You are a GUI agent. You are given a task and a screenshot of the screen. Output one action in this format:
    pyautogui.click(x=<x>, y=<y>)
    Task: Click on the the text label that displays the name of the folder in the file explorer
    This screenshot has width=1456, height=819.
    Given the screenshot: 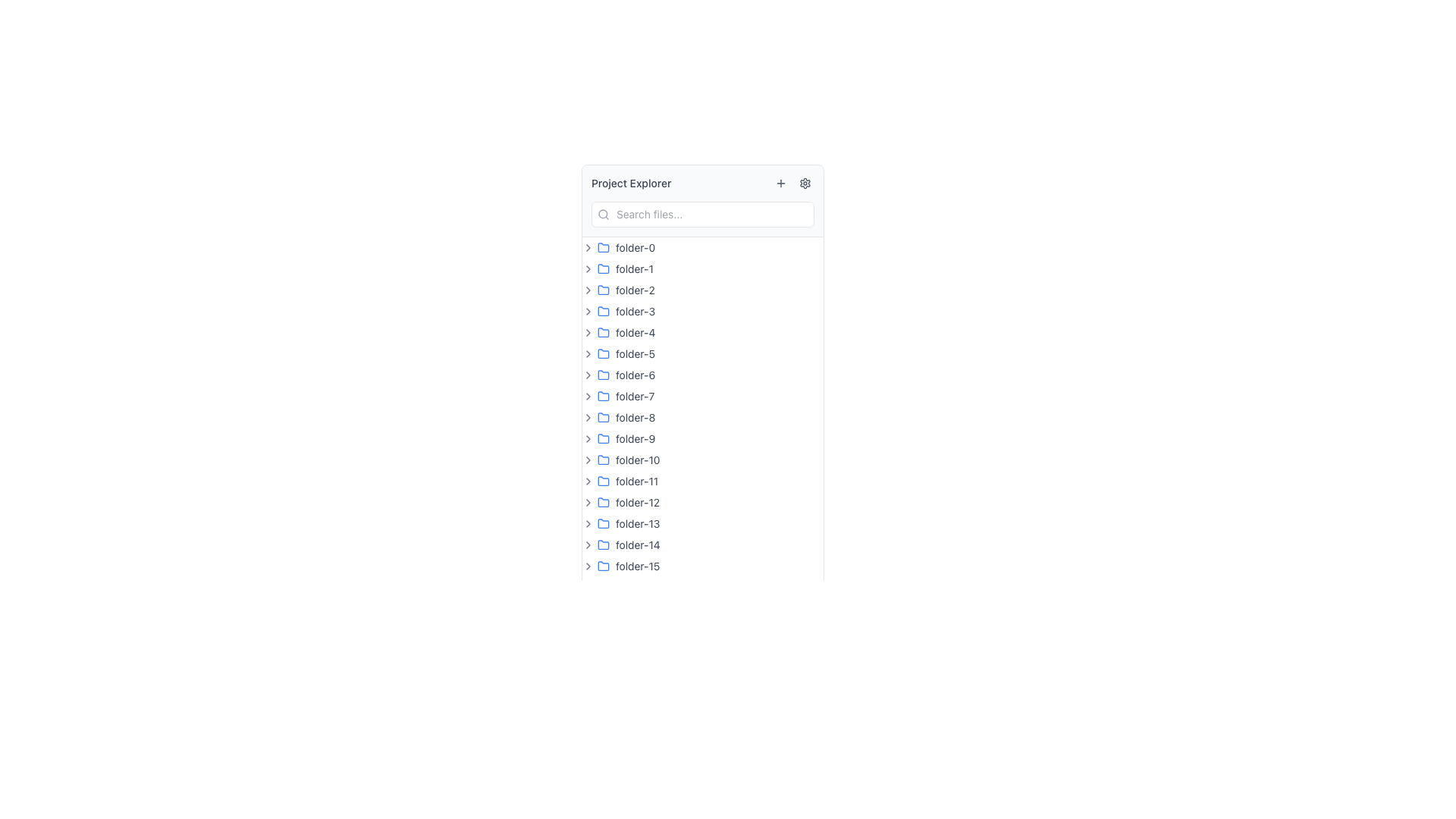 What is the action you would take?
    pyautogui.click(x=635, y=290)
    